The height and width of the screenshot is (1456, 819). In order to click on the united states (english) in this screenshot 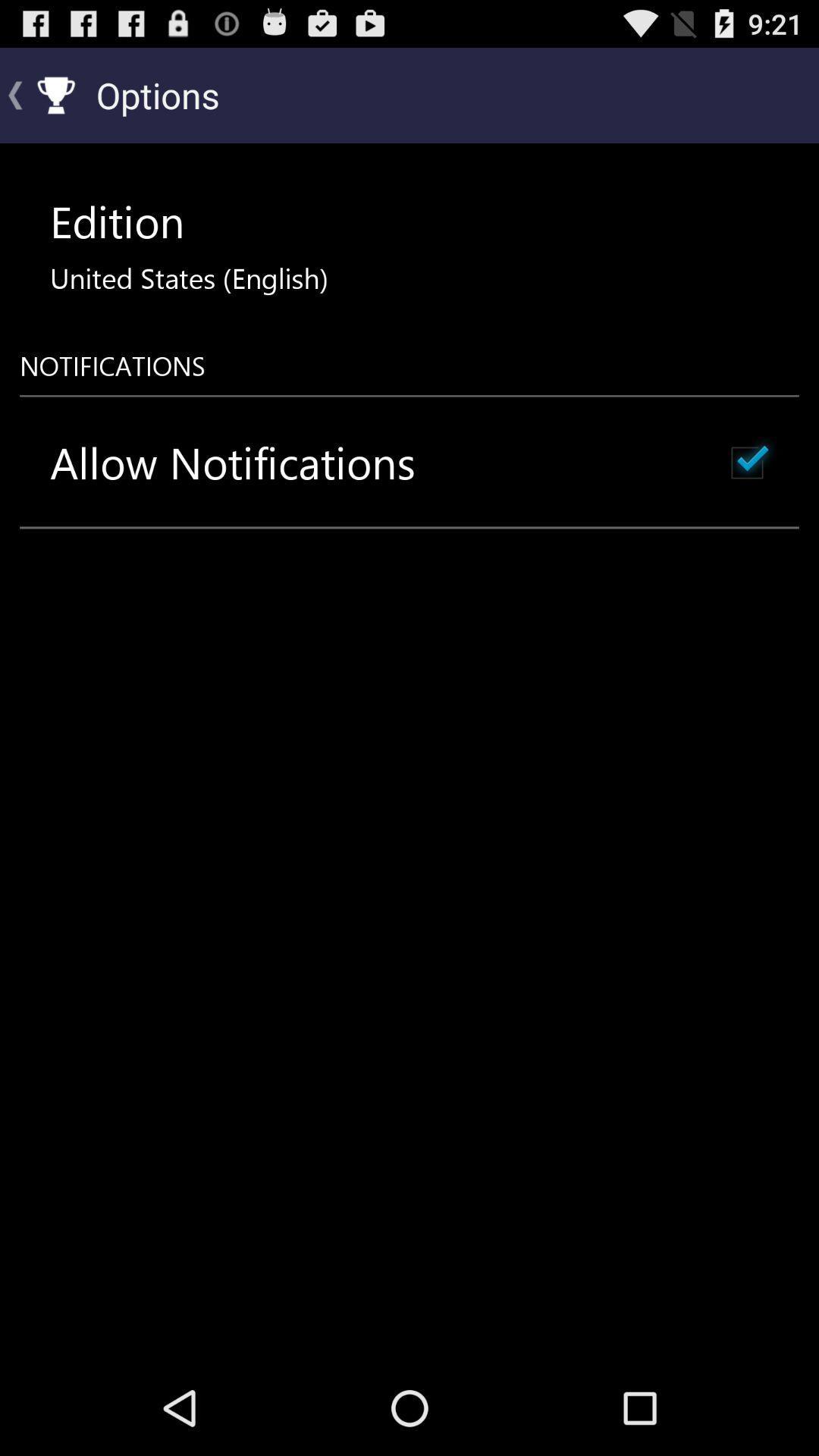, I will do `click(188, 278)`.